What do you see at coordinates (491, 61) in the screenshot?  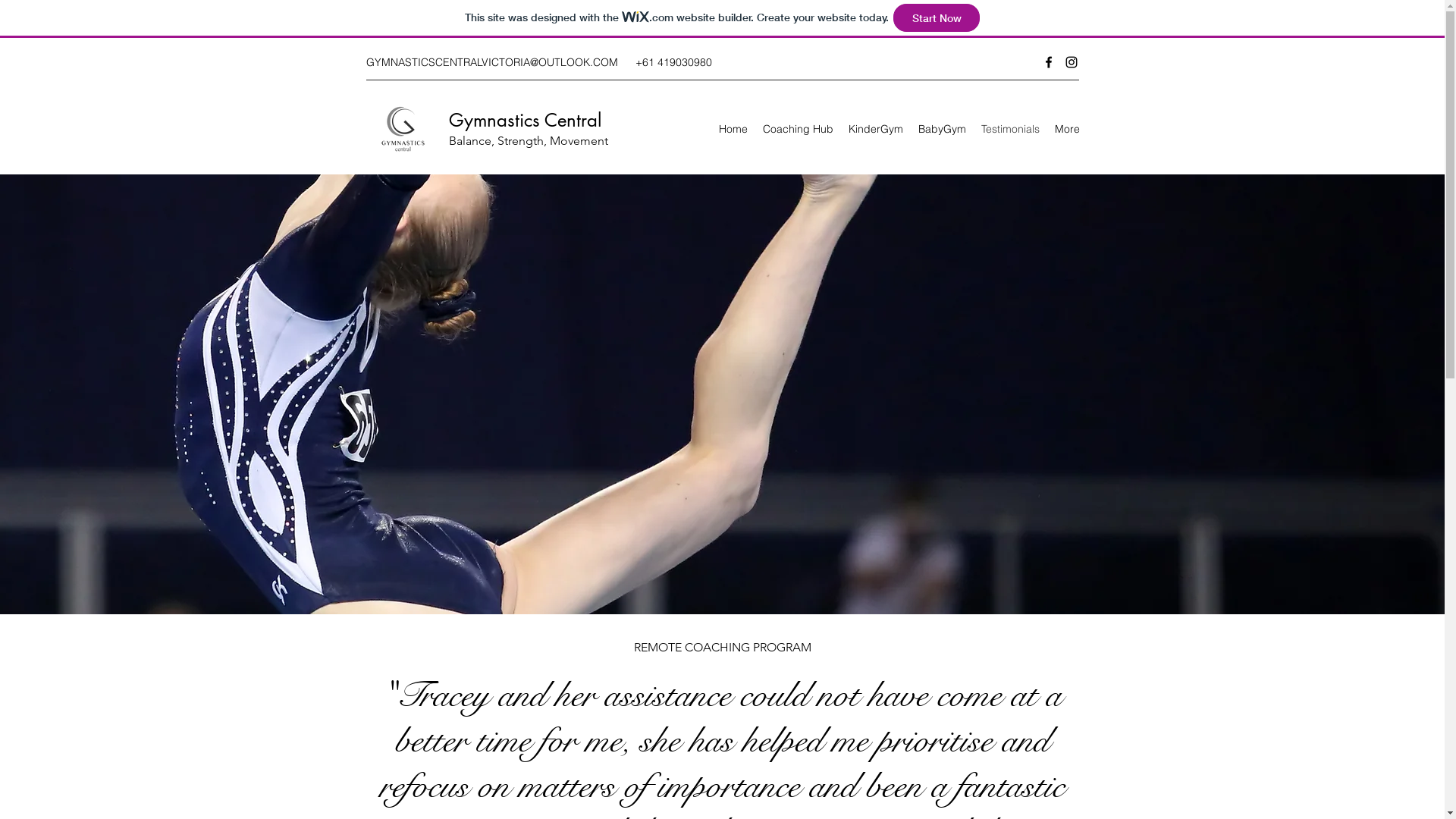 I see `'GYMNASTICSCENTRALVICTORIA@OUTLOOK.COM'` at bounding box center [491, 61].